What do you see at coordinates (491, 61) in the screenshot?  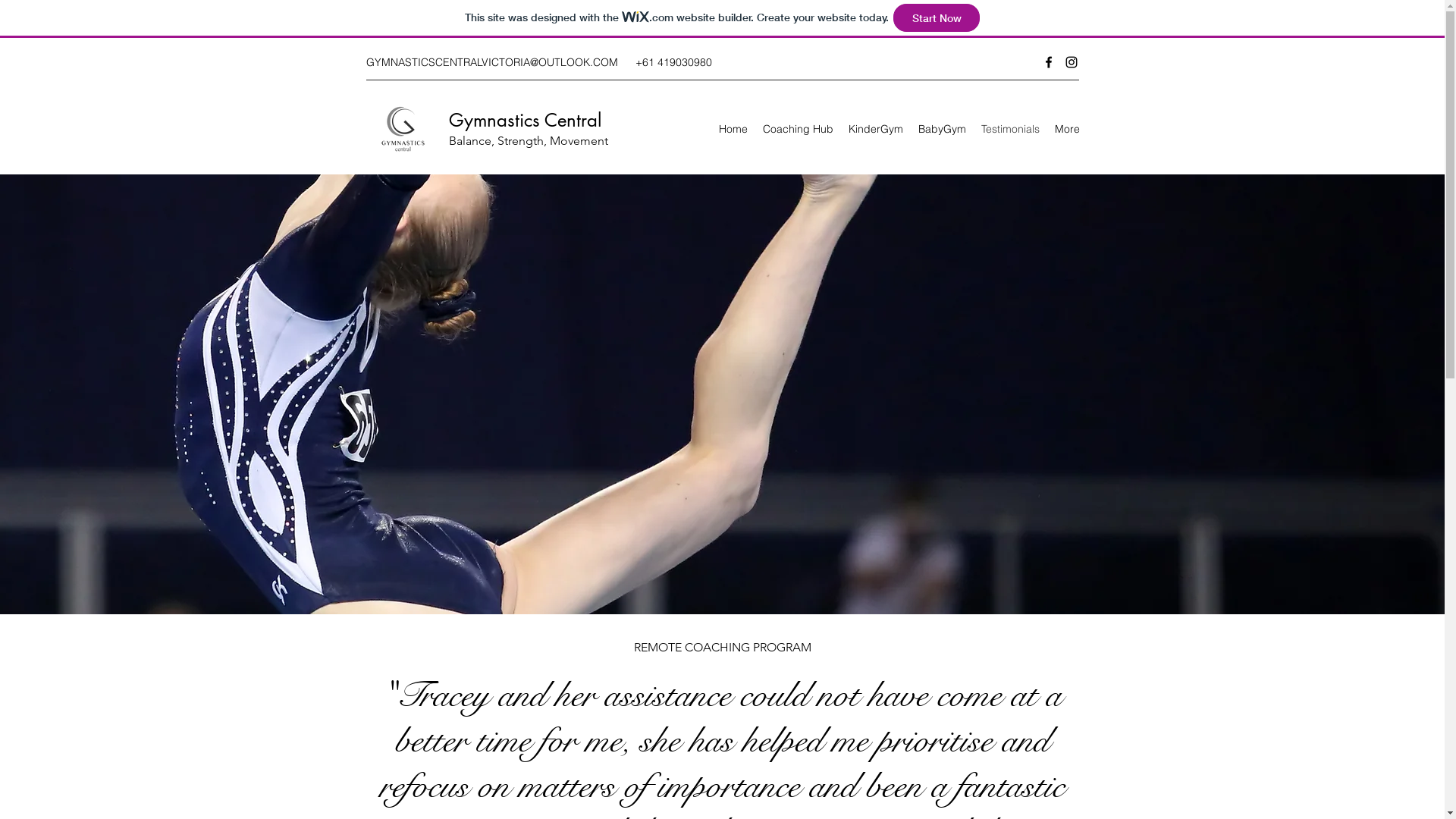 I see `'GYMNASTICSCENTRALVICTORIA@OUTLOOK.COM'` at bounding box center [491, 61].